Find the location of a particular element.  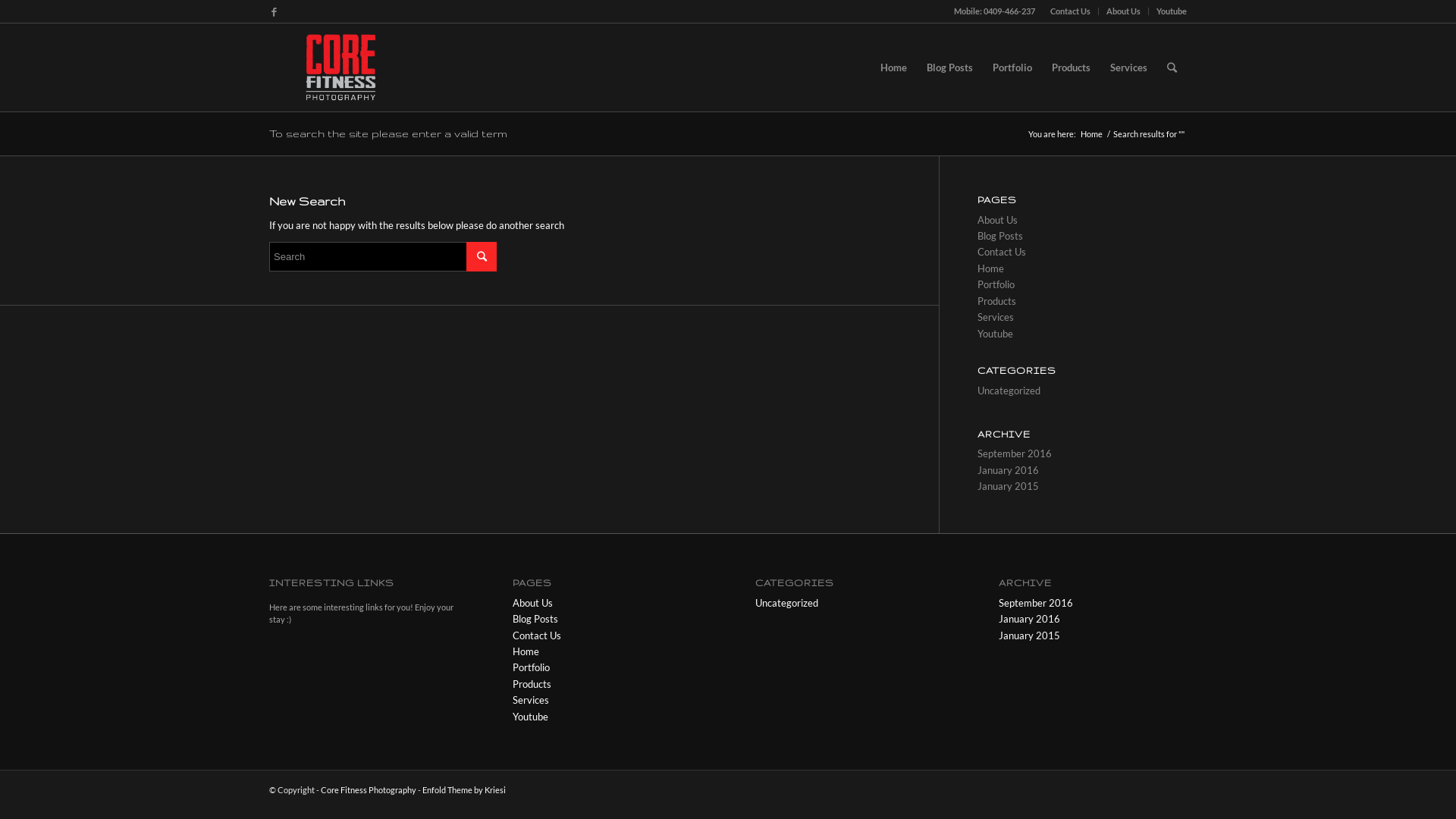

'Enfold Theme by Kriesi' is located at coordinates (463, 789).